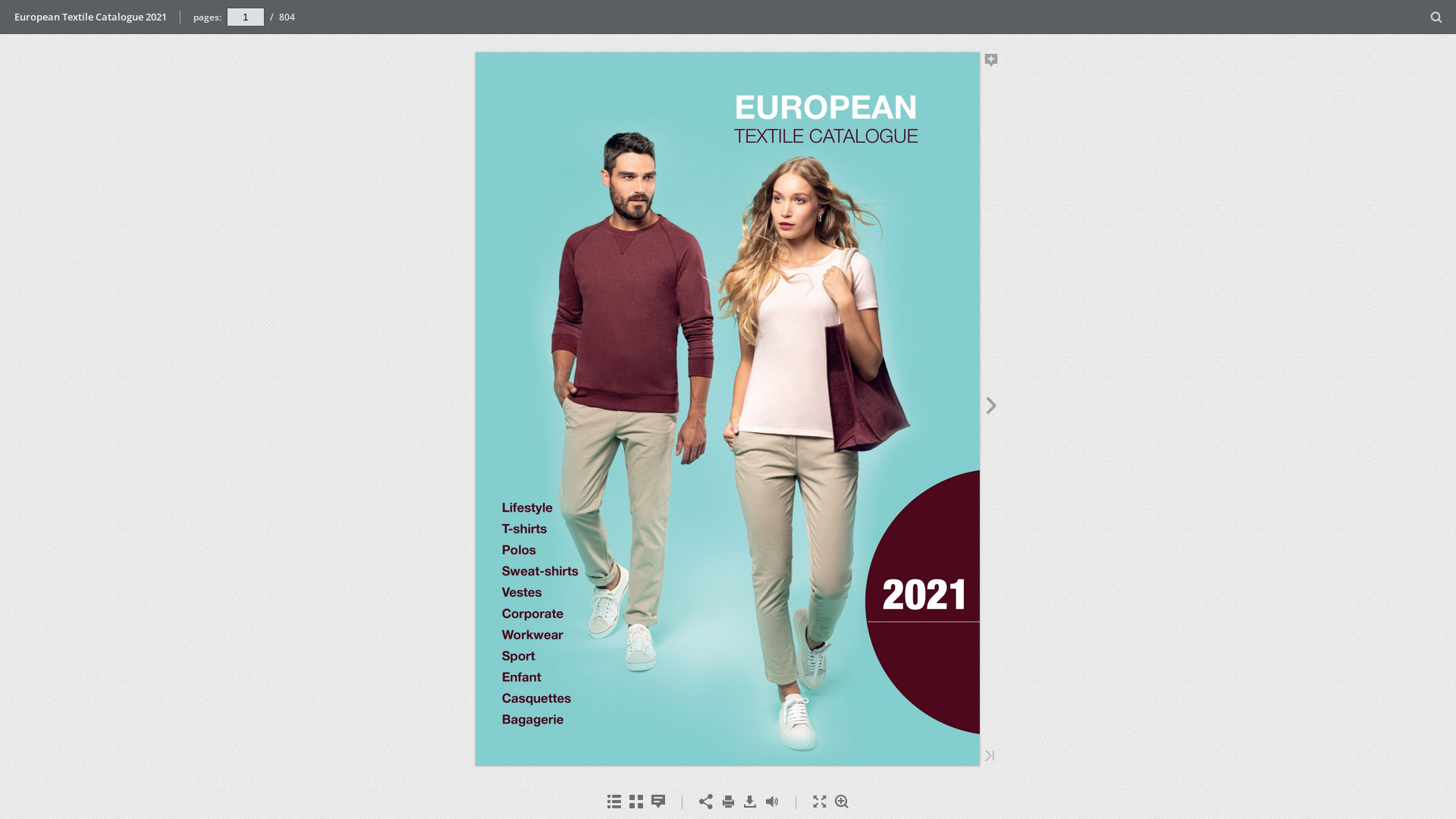  Describe the element at coordinates (830, 801) in the screenshot. I see `'Zoom In'` at that location.